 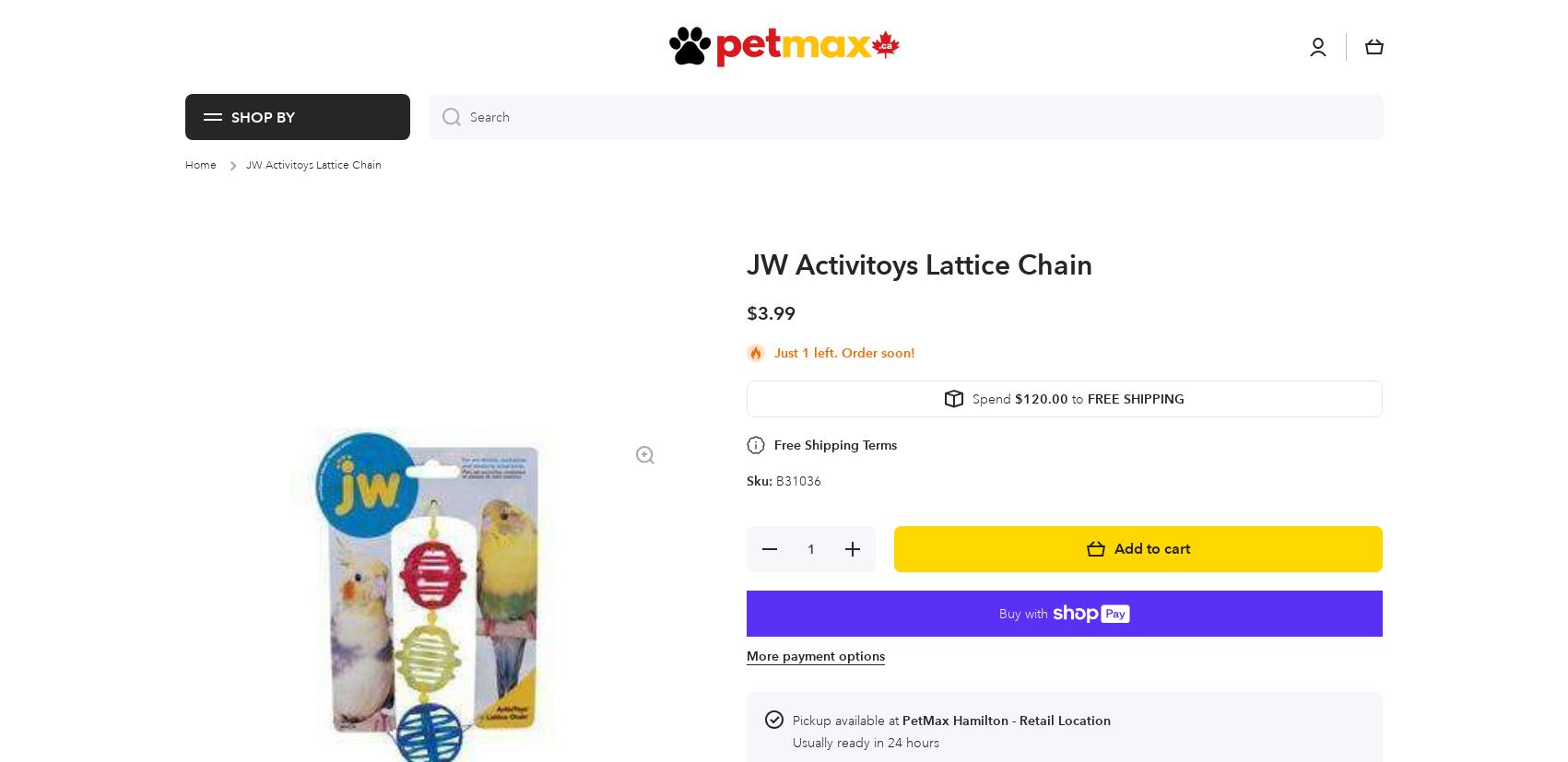 What do you see at coordinates (792, 353) in the screenshot?
I see `'View store information'` at bounding box center [792, 353].